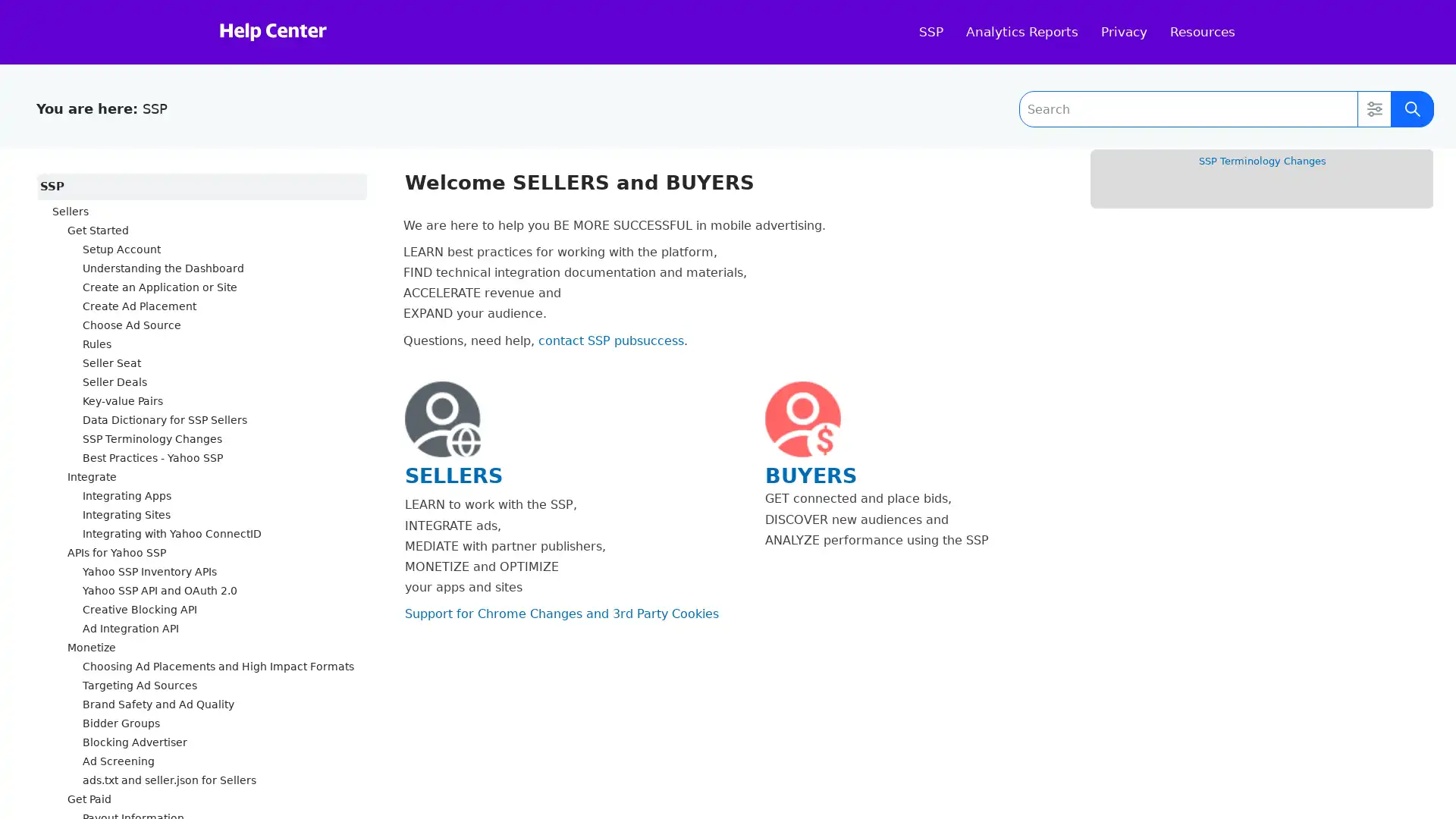 The image size is (1456, 819). What do you see at coordinates (200, 800) in the screenshot?
I see `Get Paid` at bounding box center [200, 800].